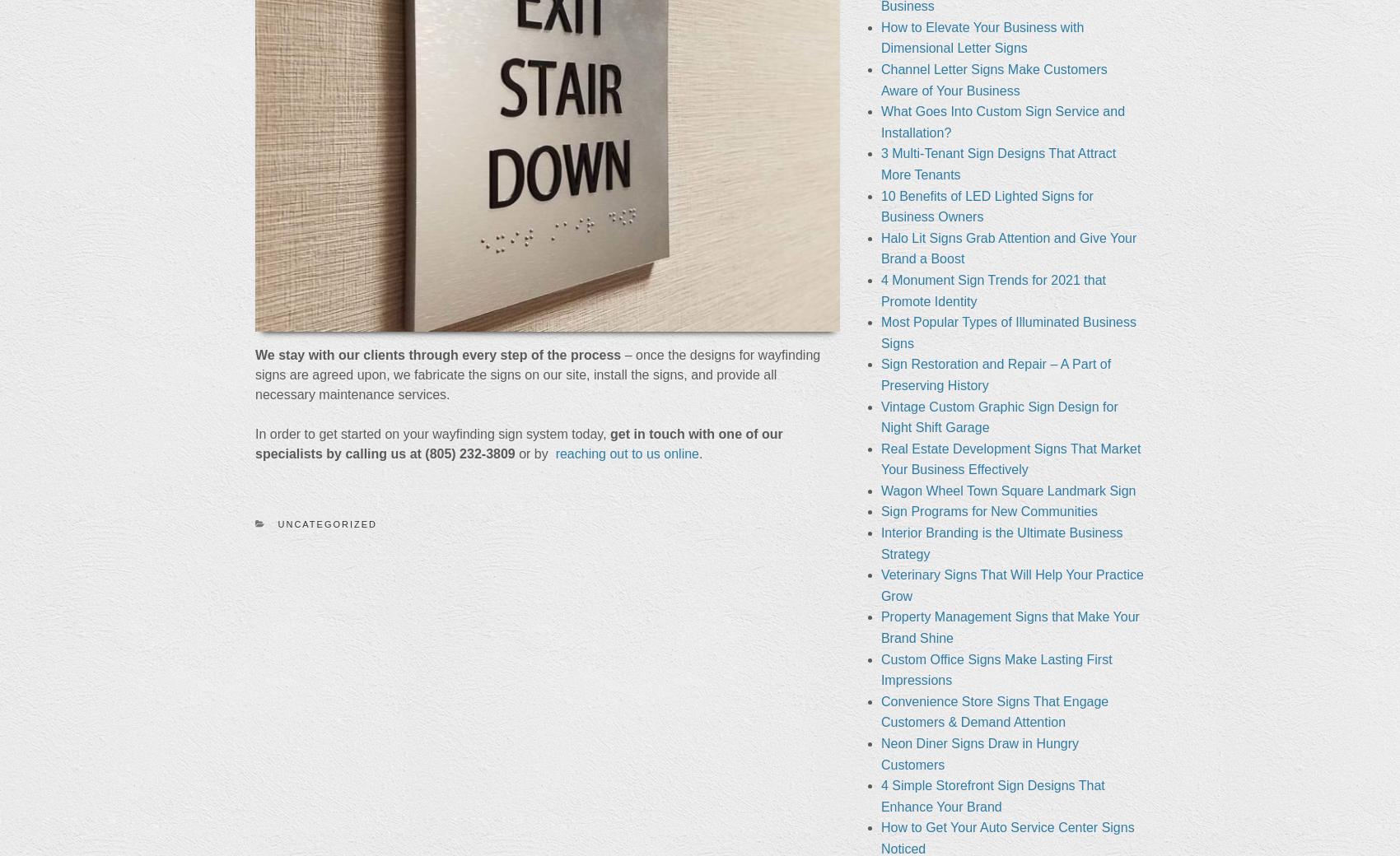  I want to click on '(805) 232-3809', so click(469, 452).